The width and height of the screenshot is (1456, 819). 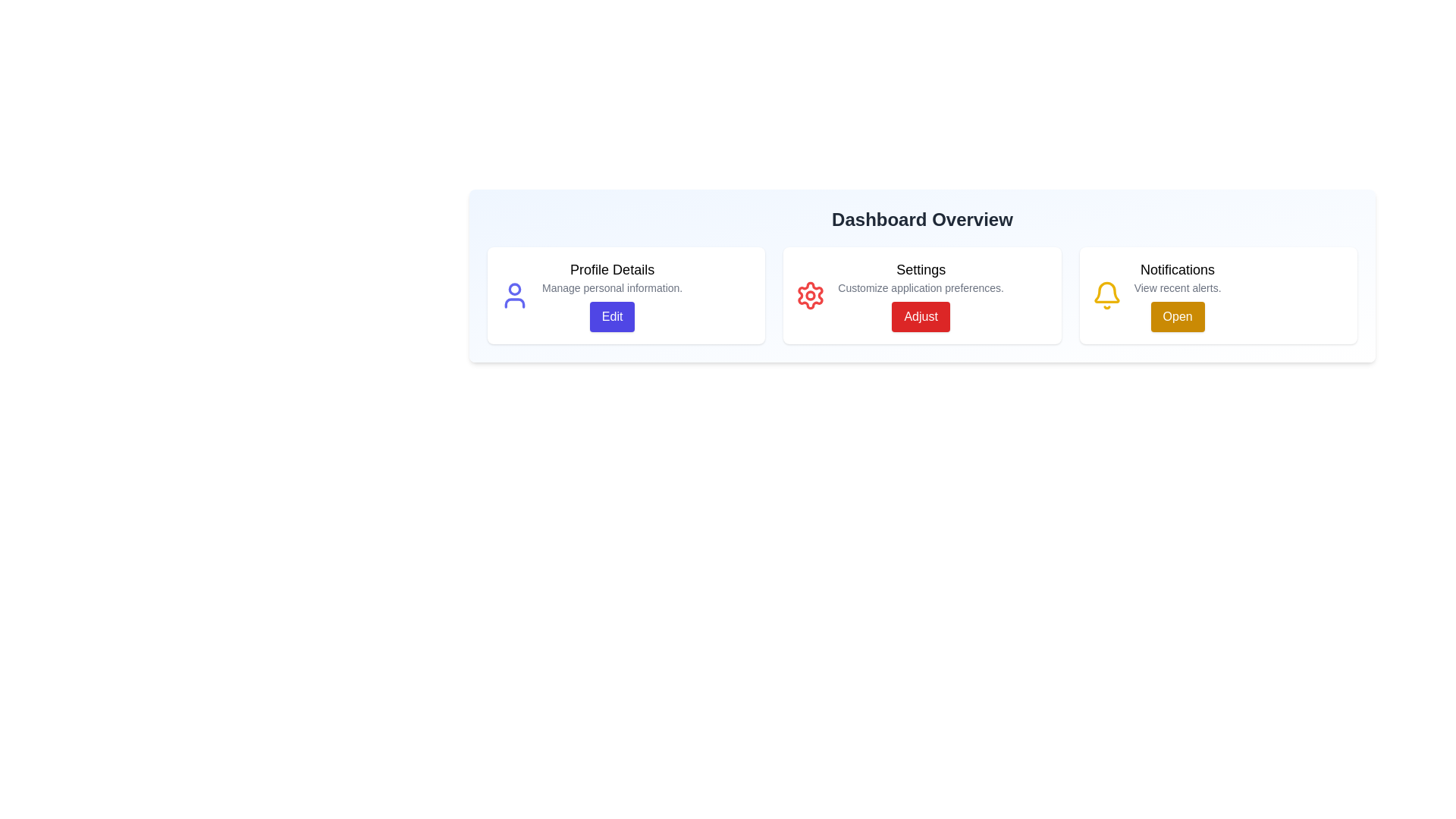 What do you see at coordinates (1177, 315) in the screenshot?
I see `the bright yellow 'Open' button with white text located in the 'Notifications' section of the card` at bounding box center [1177, 315].